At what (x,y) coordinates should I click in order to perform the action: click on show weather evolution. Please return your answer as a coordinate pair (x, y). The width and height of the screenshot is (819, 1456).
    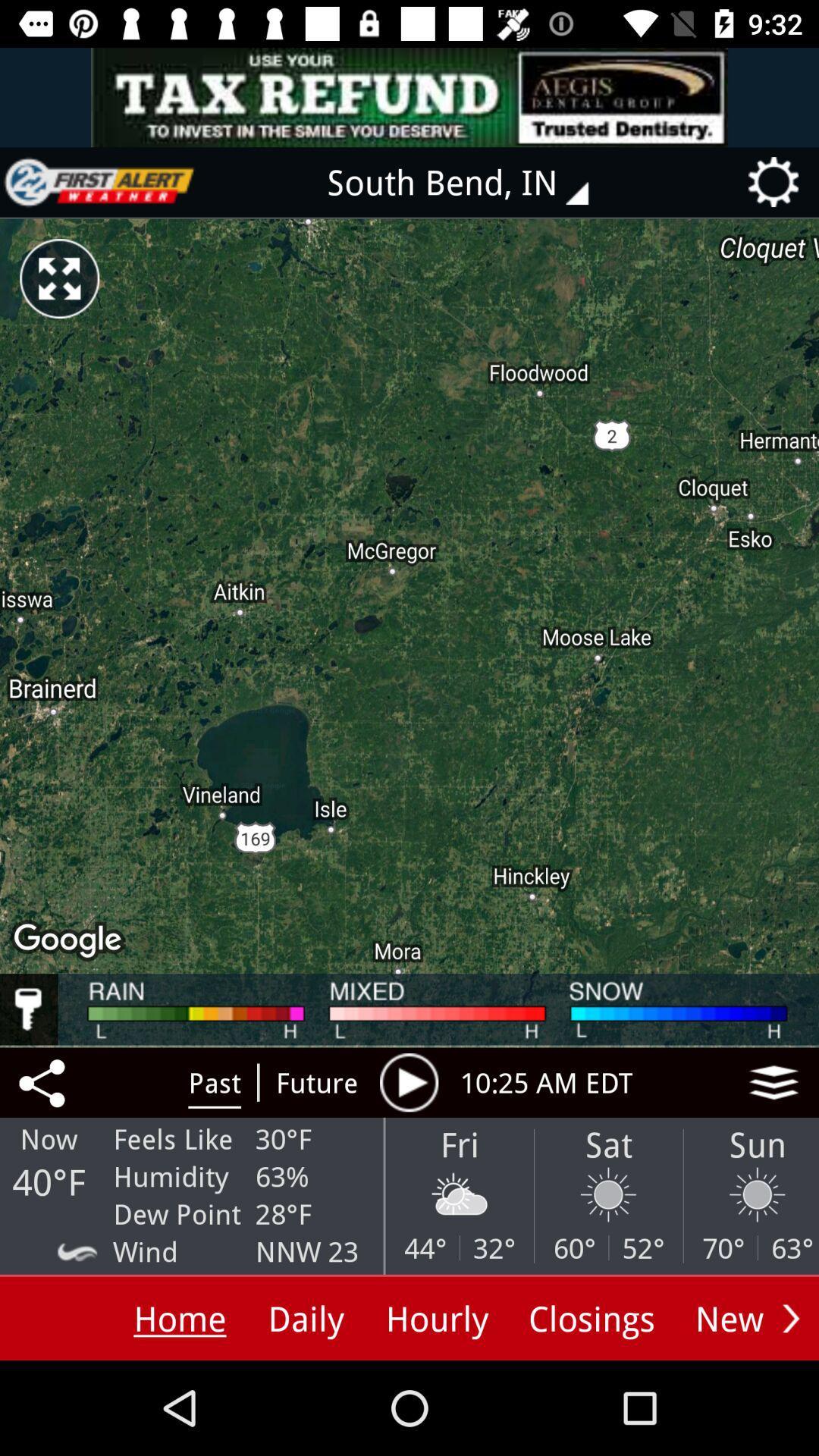
    Looking at the image, I should click on (408, 1081).